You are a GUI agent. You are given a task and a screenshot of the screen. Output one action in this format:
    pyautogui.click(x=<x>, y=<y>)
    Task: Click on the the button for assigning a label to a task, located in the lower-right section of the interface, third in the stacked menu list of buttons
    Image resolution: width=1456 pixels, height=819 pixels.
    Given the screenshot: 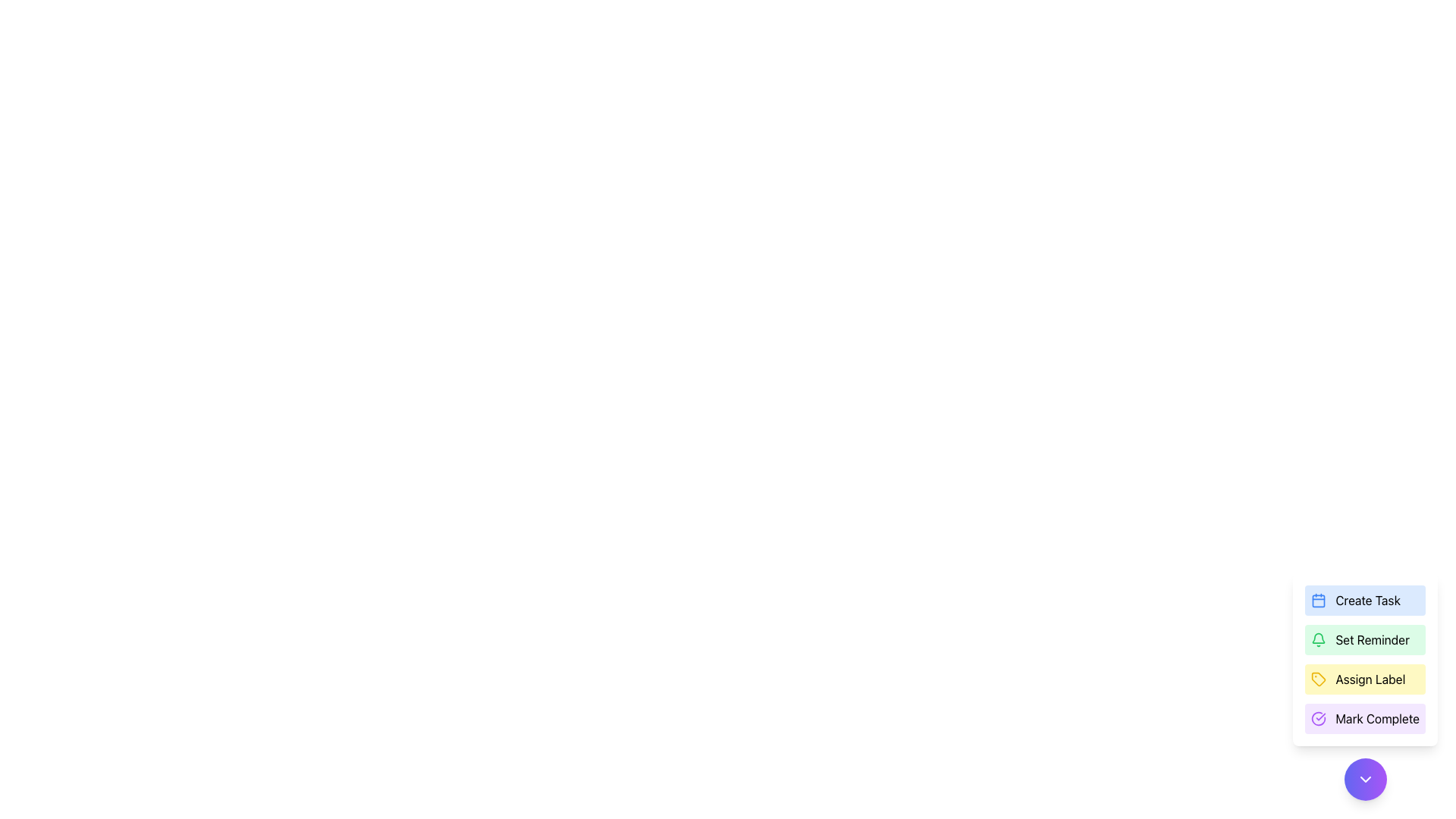 What is the action you would take?
    pyautogui.click(x=1365, y=659)
    